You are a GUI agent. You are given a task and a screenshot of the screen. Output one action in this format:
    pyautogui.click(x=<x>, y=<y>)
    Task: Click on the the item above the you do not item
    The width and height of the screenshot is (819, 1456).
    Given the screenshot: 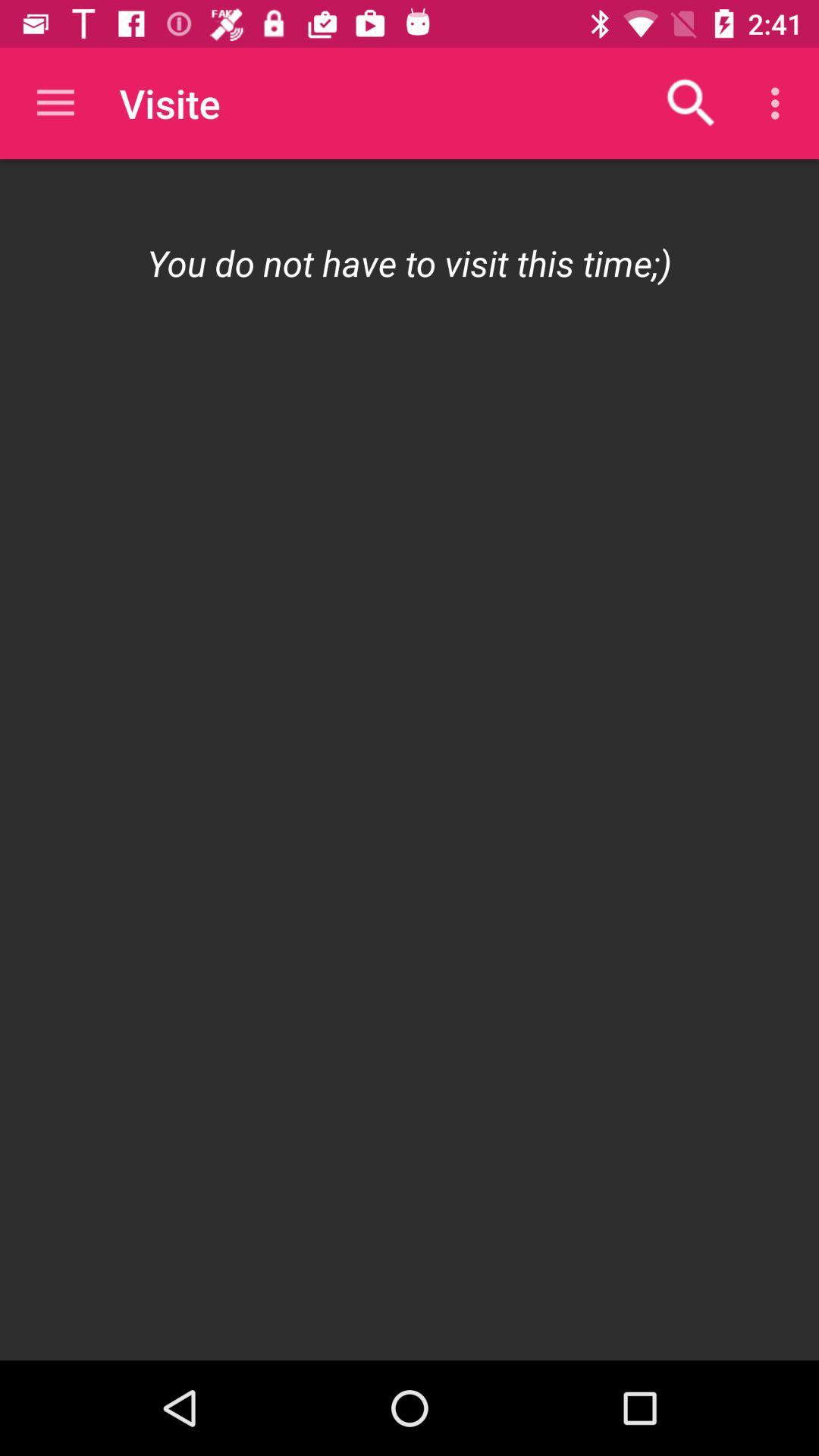 What is the action you would take?
    pyautogui.click(x=691, y=102)
    